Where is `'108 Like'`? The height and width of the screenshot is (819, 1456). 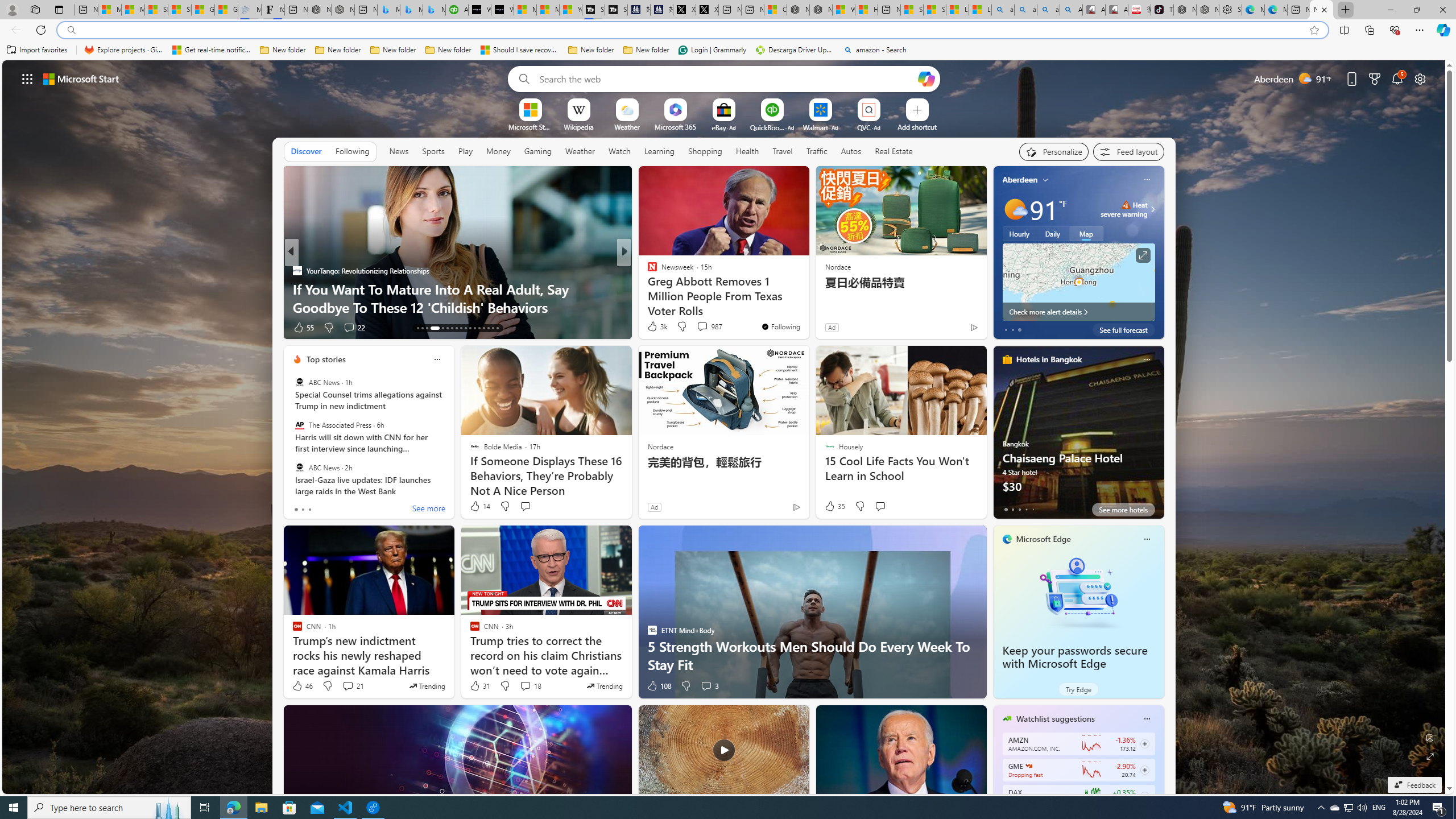
'108 Like' is located at coordinates (658, 686).